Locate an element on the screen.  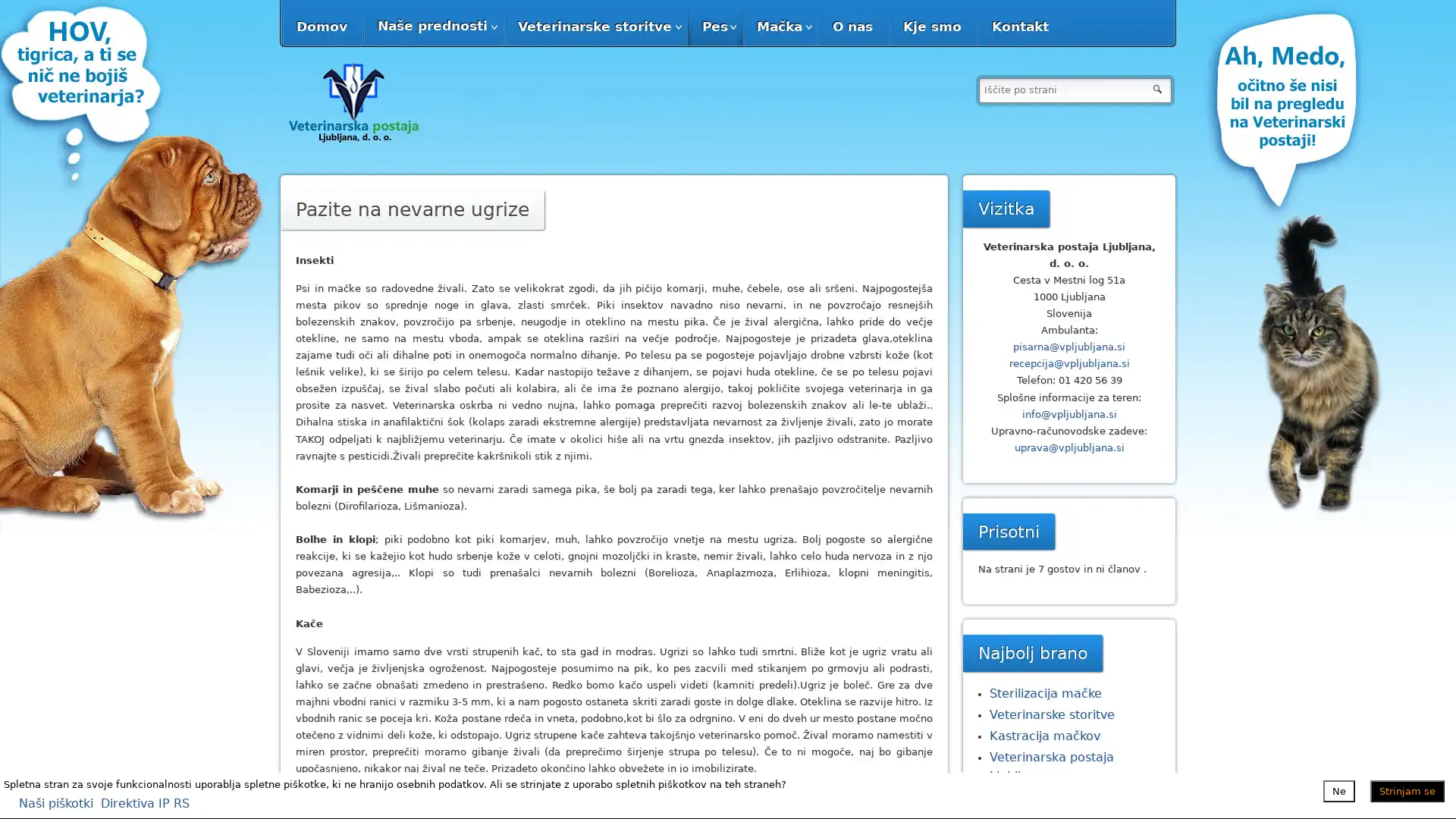
Strinjam se is located at coordinates (1407, 789).